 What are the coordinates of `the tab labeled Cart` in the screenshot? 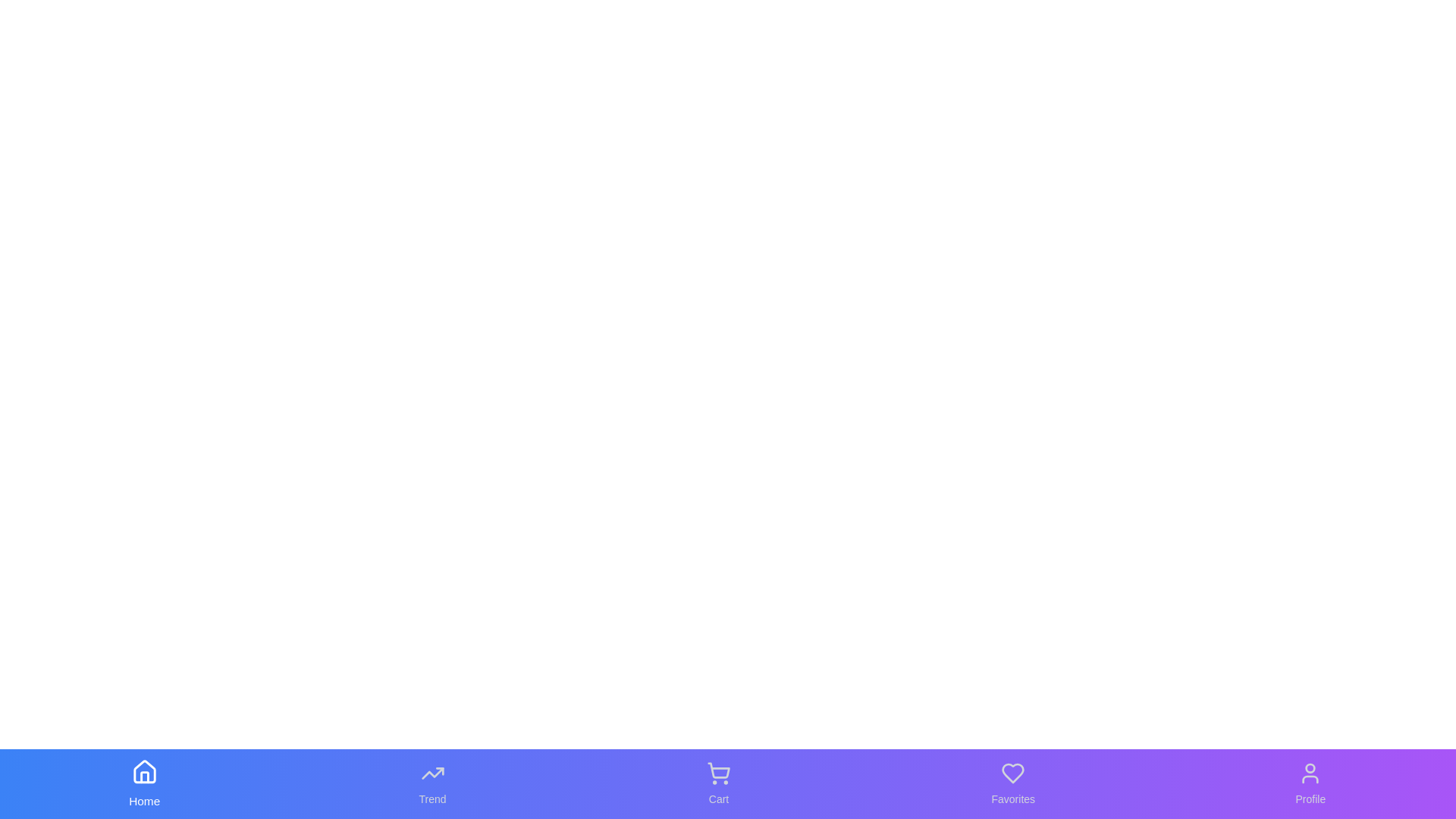 It's located at (718, 783).